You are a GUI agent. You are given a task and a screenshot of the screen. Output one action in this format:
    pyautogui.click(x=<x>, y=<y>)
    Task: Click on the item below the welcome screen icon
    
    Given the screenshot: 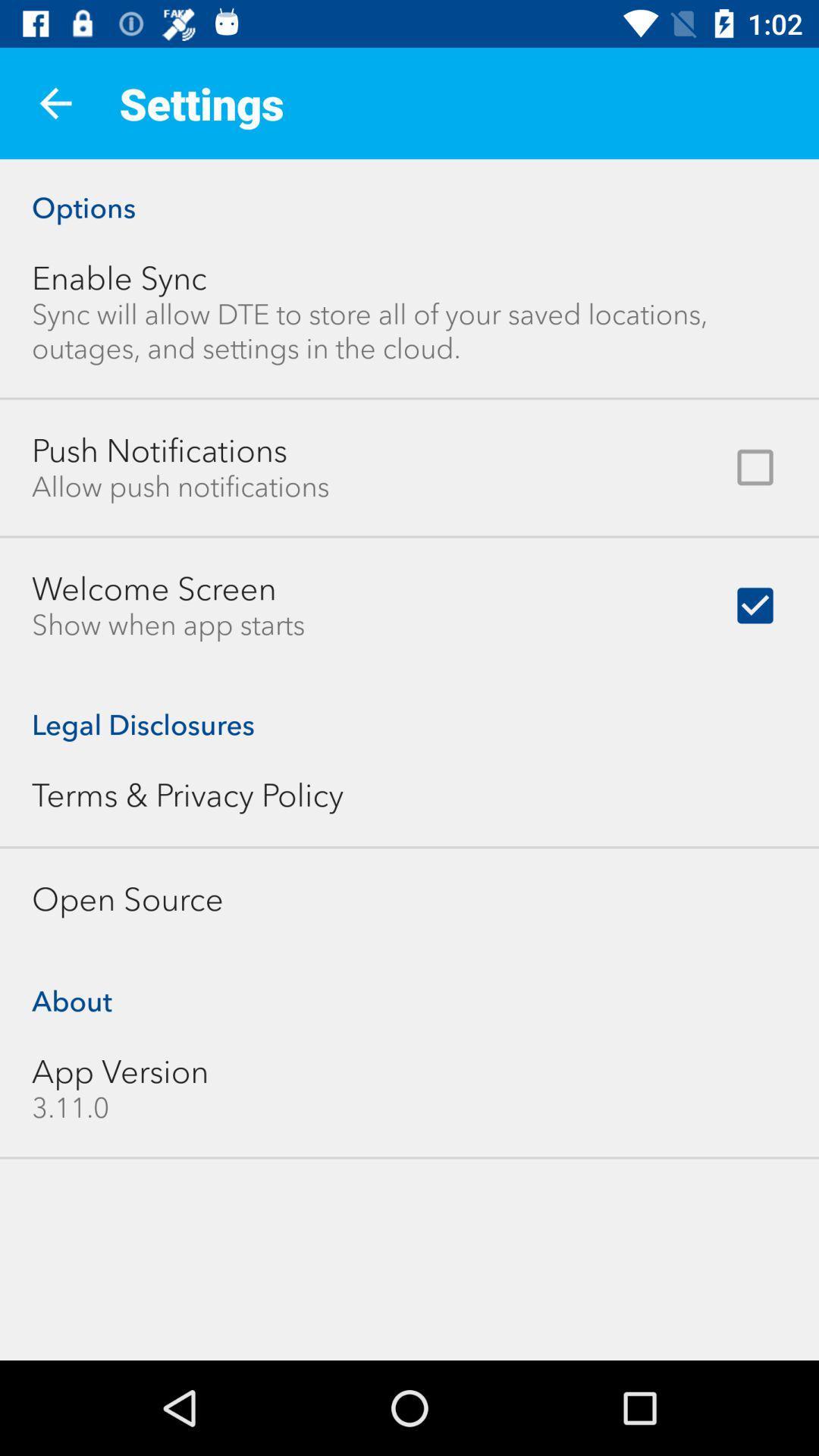 What is the action you would take?
    pyautogui.click(x=168, y=625)
    